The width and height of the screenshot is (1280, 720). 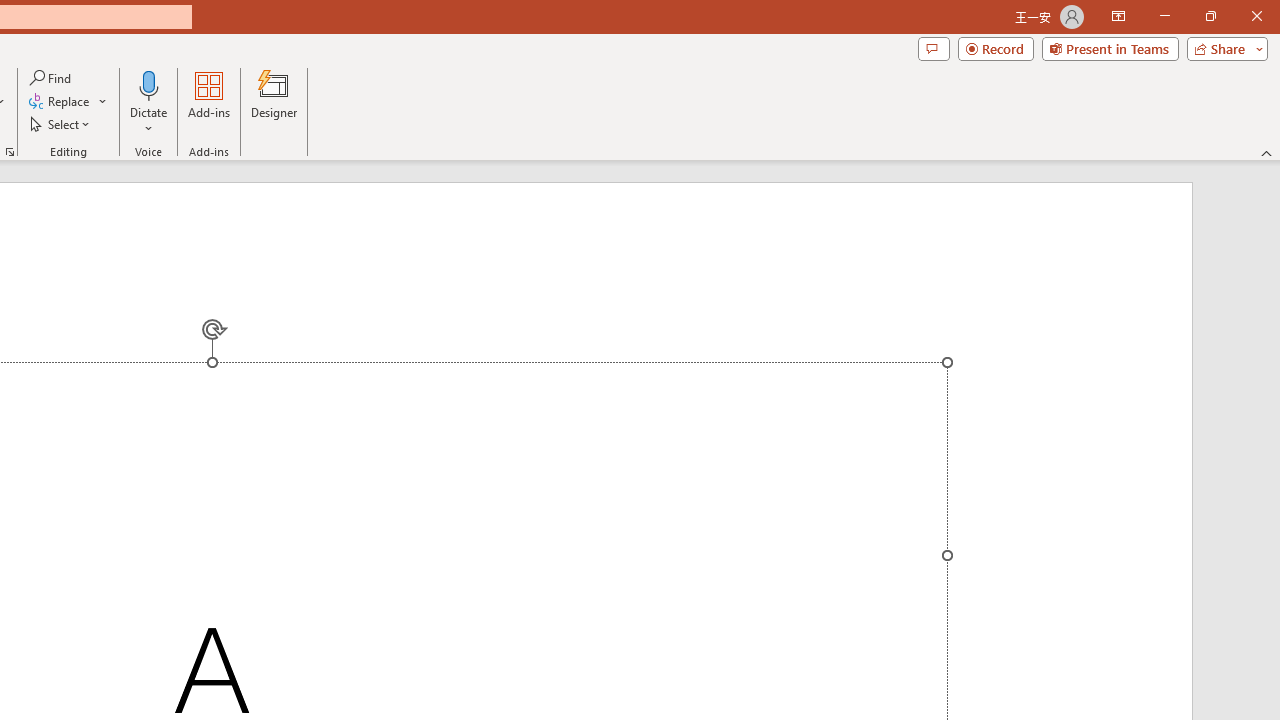 I want to click on 'Collapse the Ribbon', so click(x=1266, y=152).